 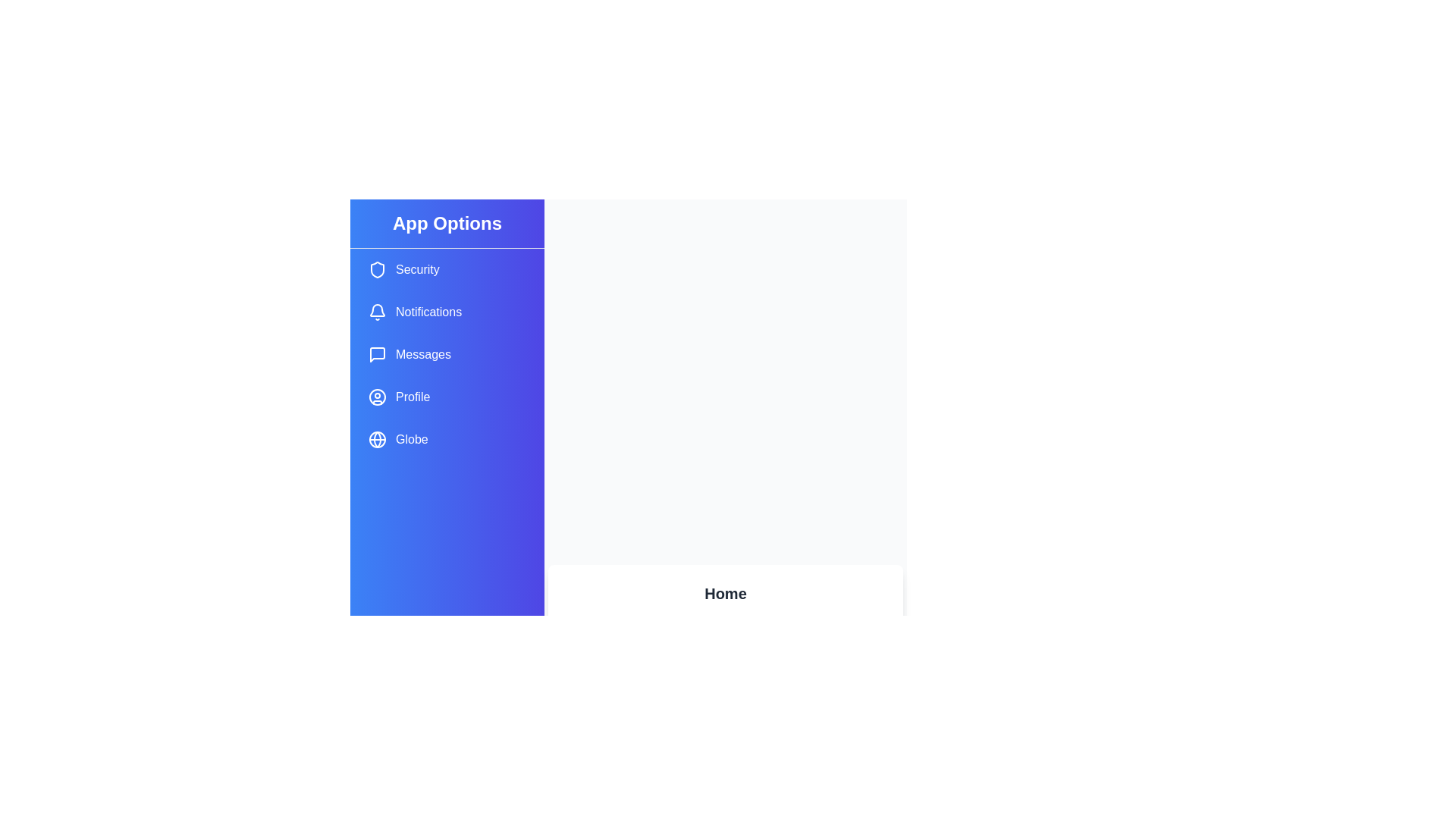 What do you see at coordinates (447, 354) in the screenshot?
I see `the sidebar item labeled Messages to see the visual change` at bounding box center [447, 354].